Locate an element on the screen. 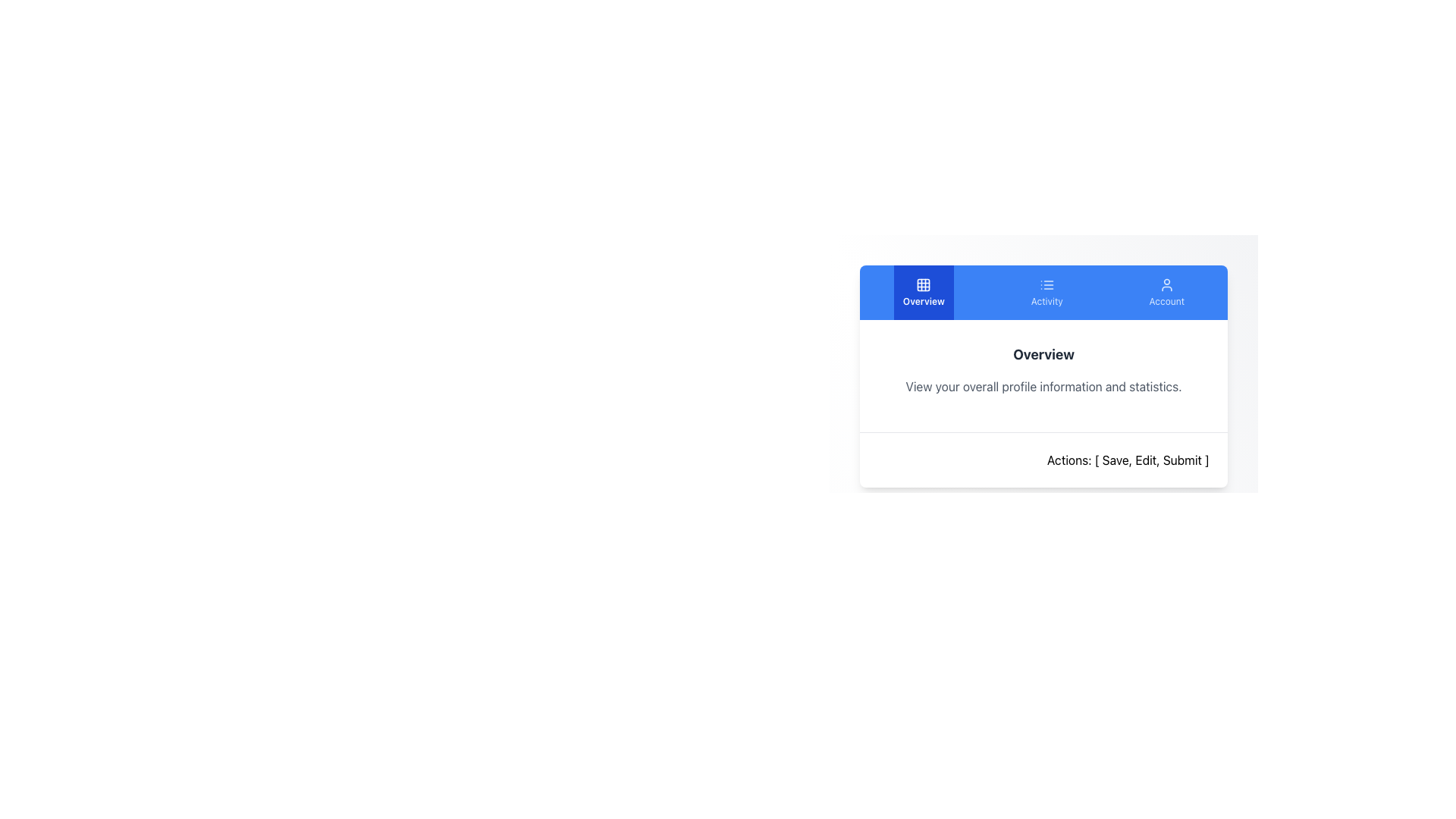 Image resolution: width=1456 pixels, height=819 pixels. the 'Overview' icon button is located at coordinates (923, 284).